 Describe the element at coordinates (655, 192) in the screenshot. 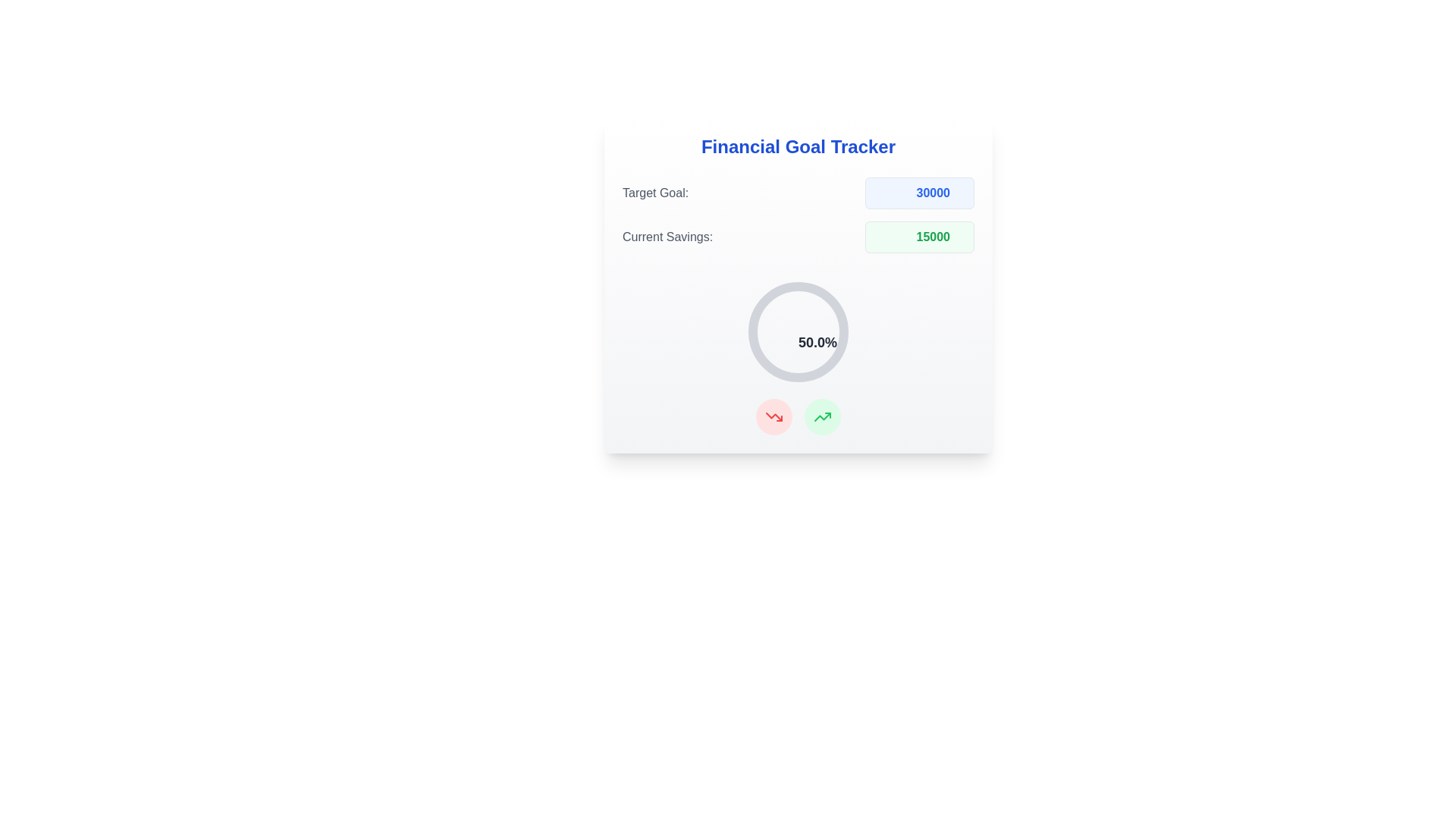

I see `the static text label indicating 'Target Goal', which is positioned to the left of the numerical input box` at that location.